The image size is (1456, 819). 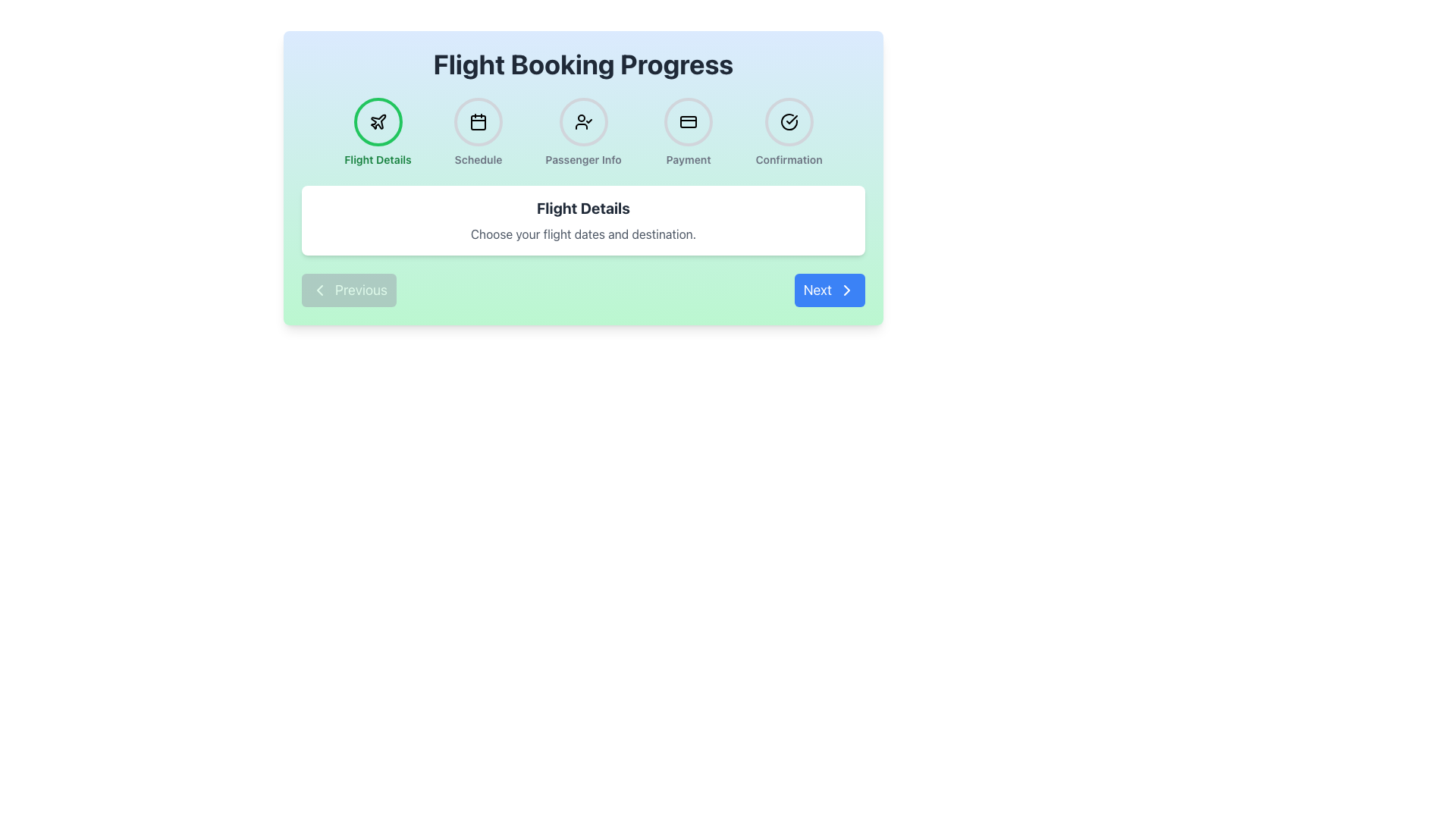 I want to click on the heading text label that indicates the current section of the flight booking process, positioned centrally above the subtitle 'Choose your flight dates and destination.', so click(x=582, y=208).